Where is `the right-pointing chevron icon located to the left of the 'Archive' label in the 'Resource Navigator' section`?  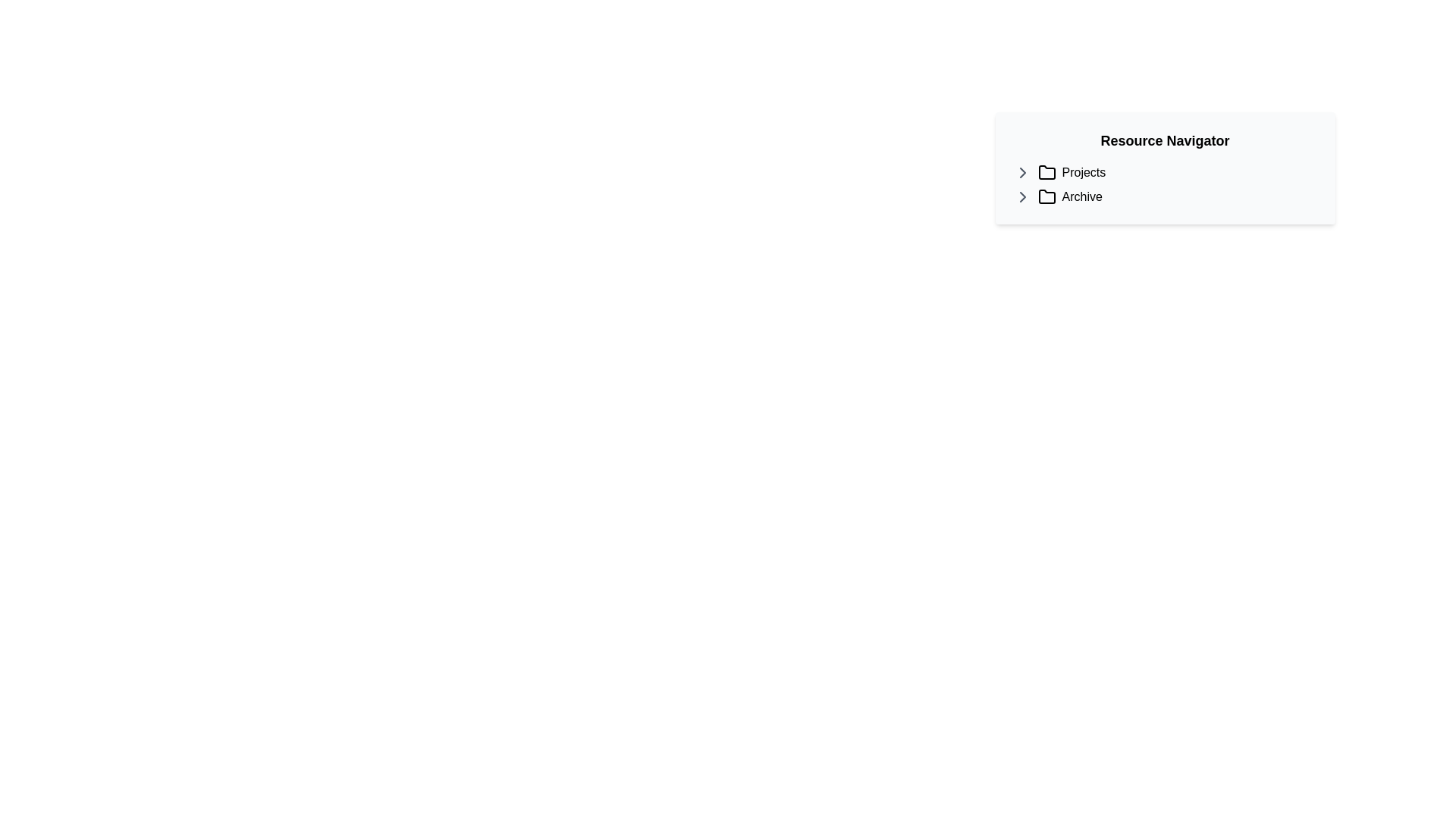
the right-pointing chevron icon located to the left of the 'Archive' label in the 'Resource Navigator' section is located at coordinates (1022, 196).